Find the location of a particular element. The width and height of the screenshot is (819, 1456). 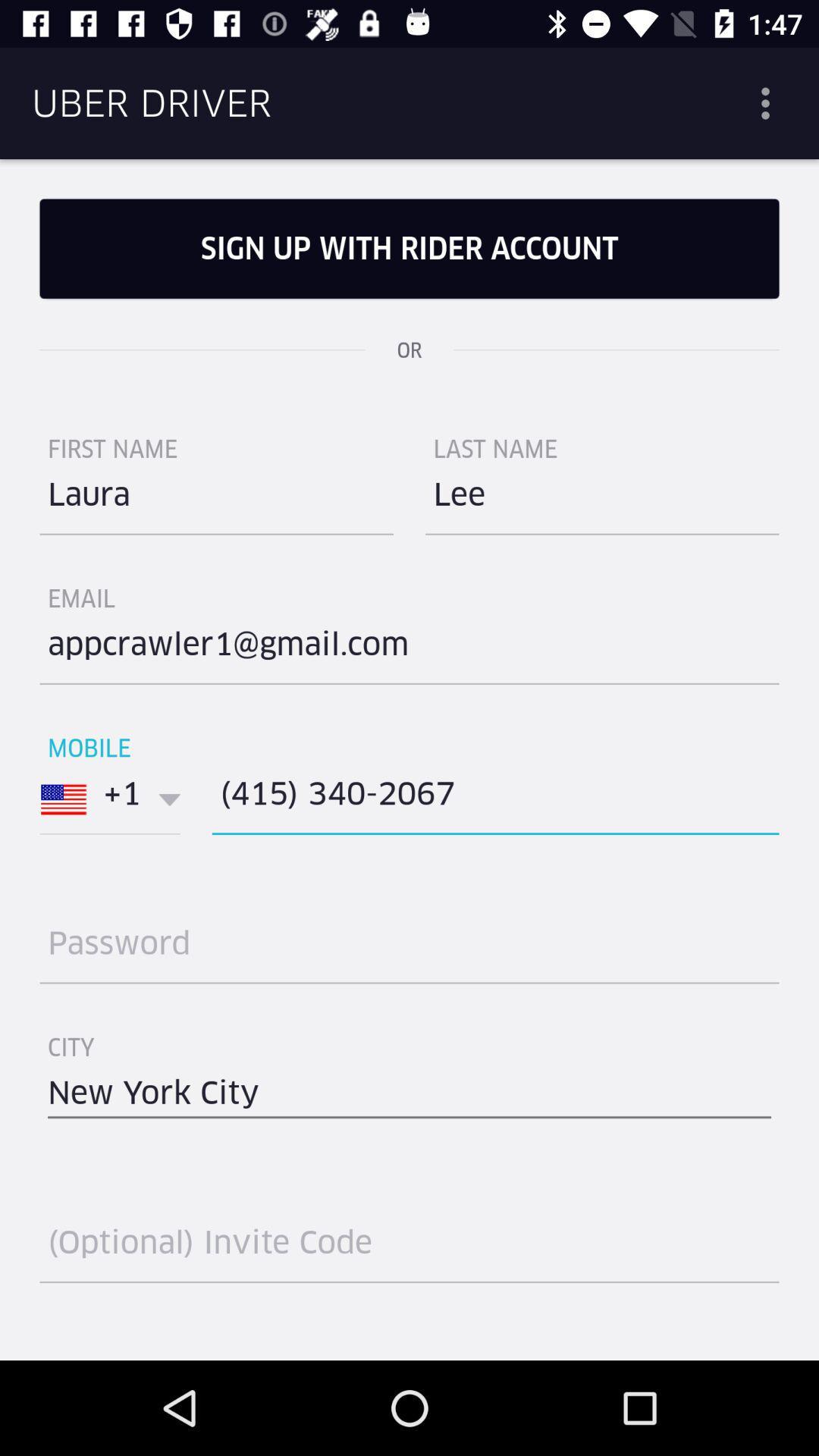

the item to the left of last name is located at coordinates (216, 500).